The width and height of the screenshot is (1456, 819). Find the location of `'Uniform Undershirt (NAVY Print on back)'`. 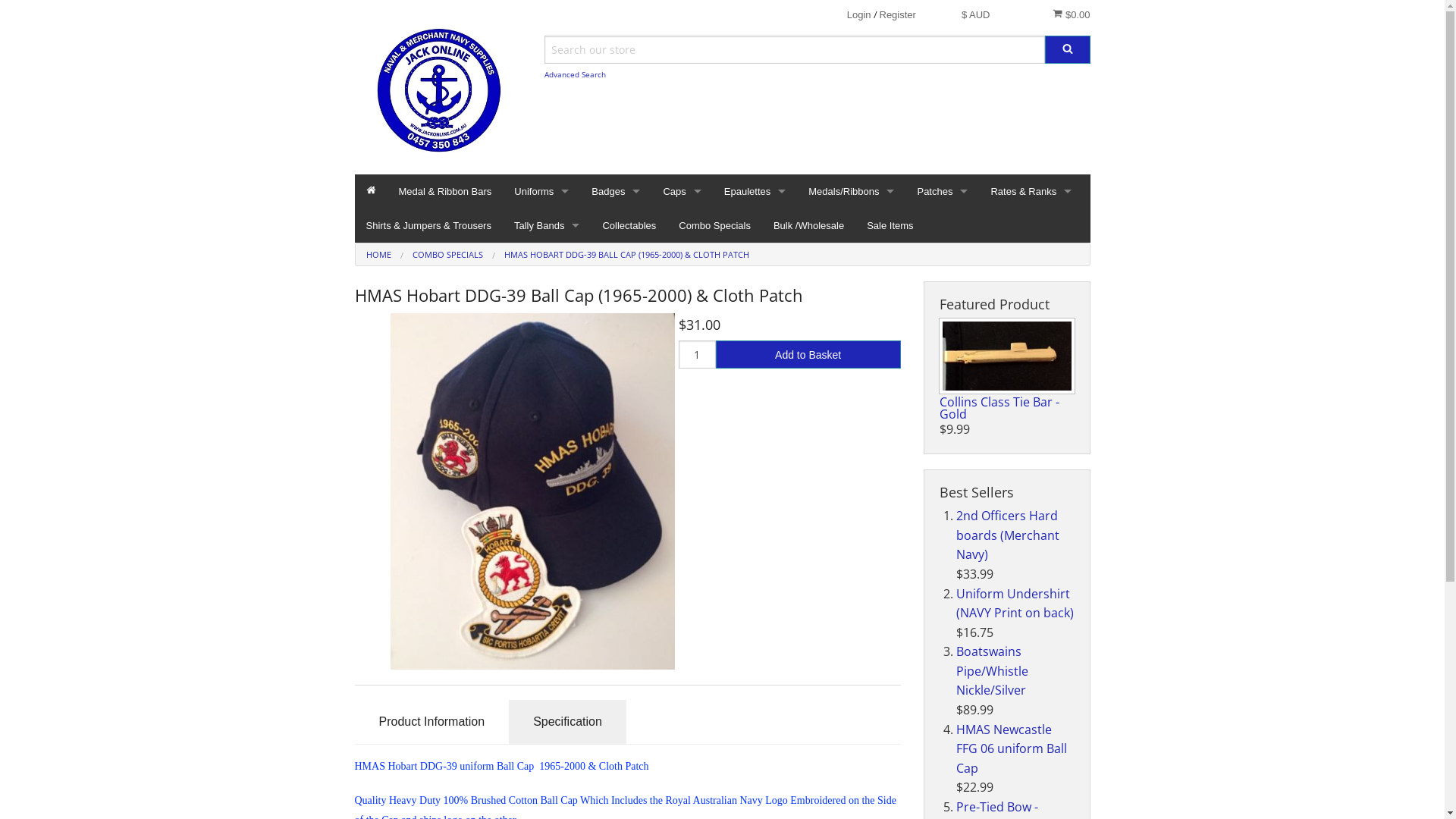

'Uniform Undershirt (NAVY Print on back)' is located at coordinates (1015, 602).